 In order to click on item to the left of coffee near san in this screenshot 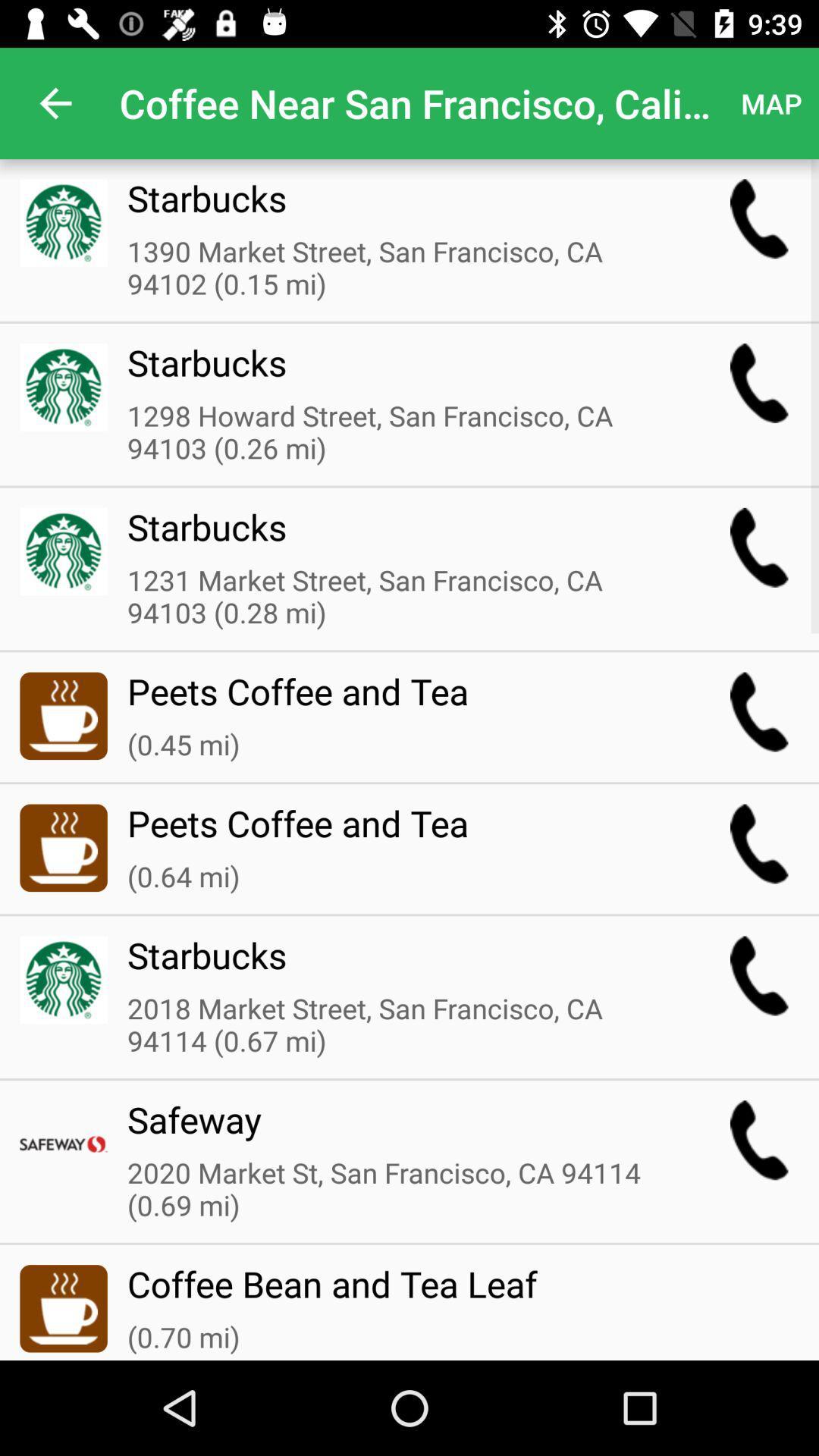, I will do `click(55, 102)`.